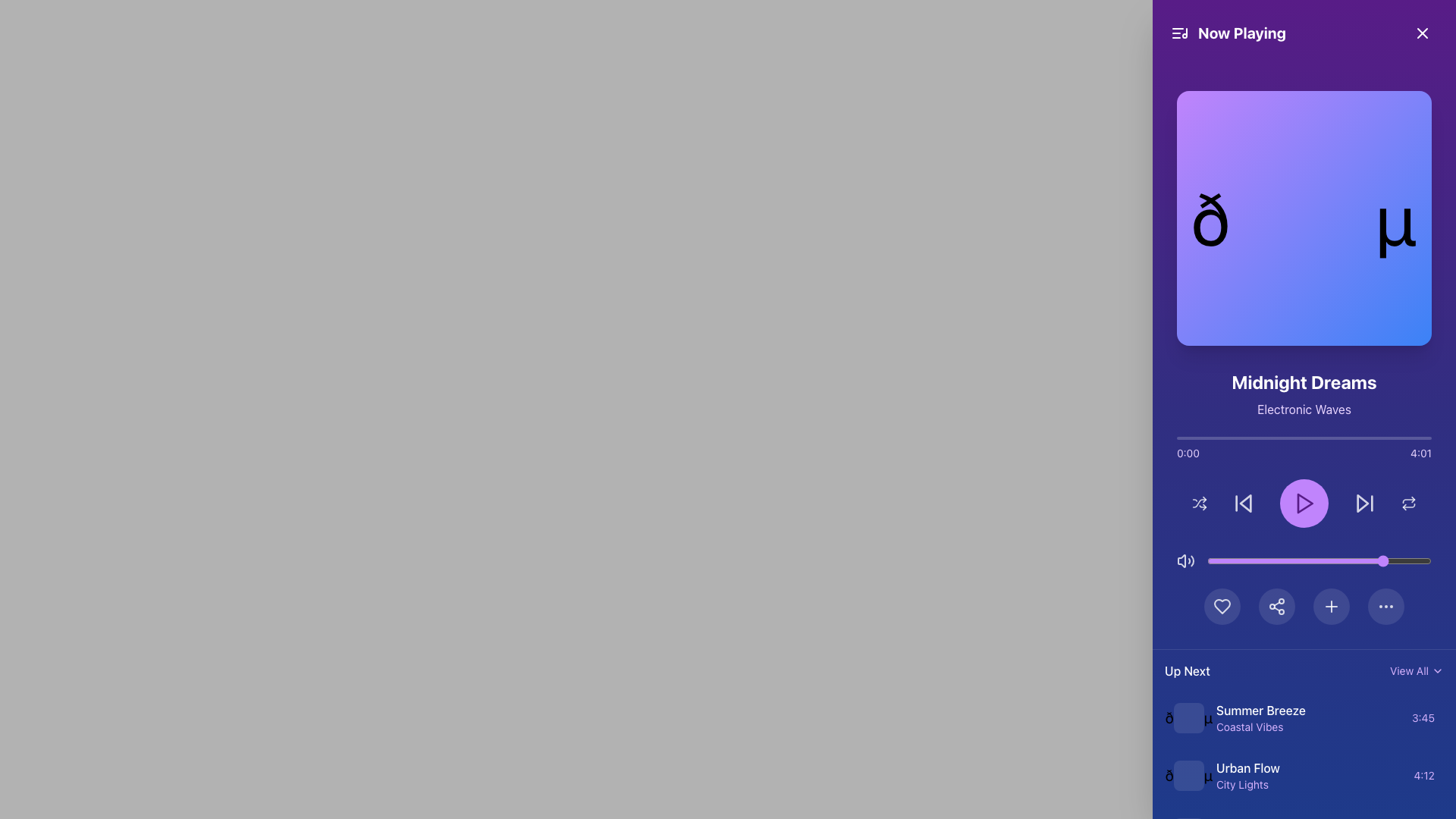  What do you see at coordinates (1188, 452) in the screenshot?
I see `the Text label element displaying '0:00', which is styled in a small, light-colored font against a purple background, located near the bottom-left corner of the progress bar for media playback` at bounding box center [1188, 452].